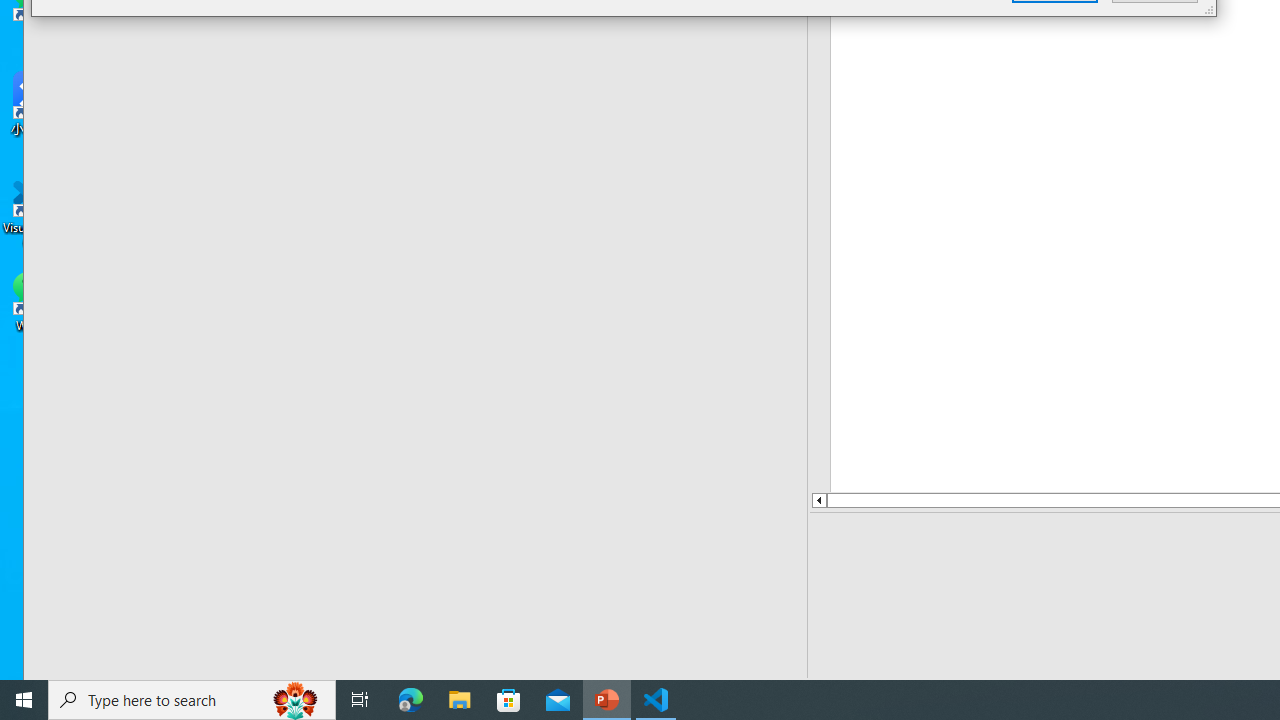  What do you see at coordinates (410, 698) in the screenshot?
I see `'Microsoft Edge'` at bounding box center [410, 698].